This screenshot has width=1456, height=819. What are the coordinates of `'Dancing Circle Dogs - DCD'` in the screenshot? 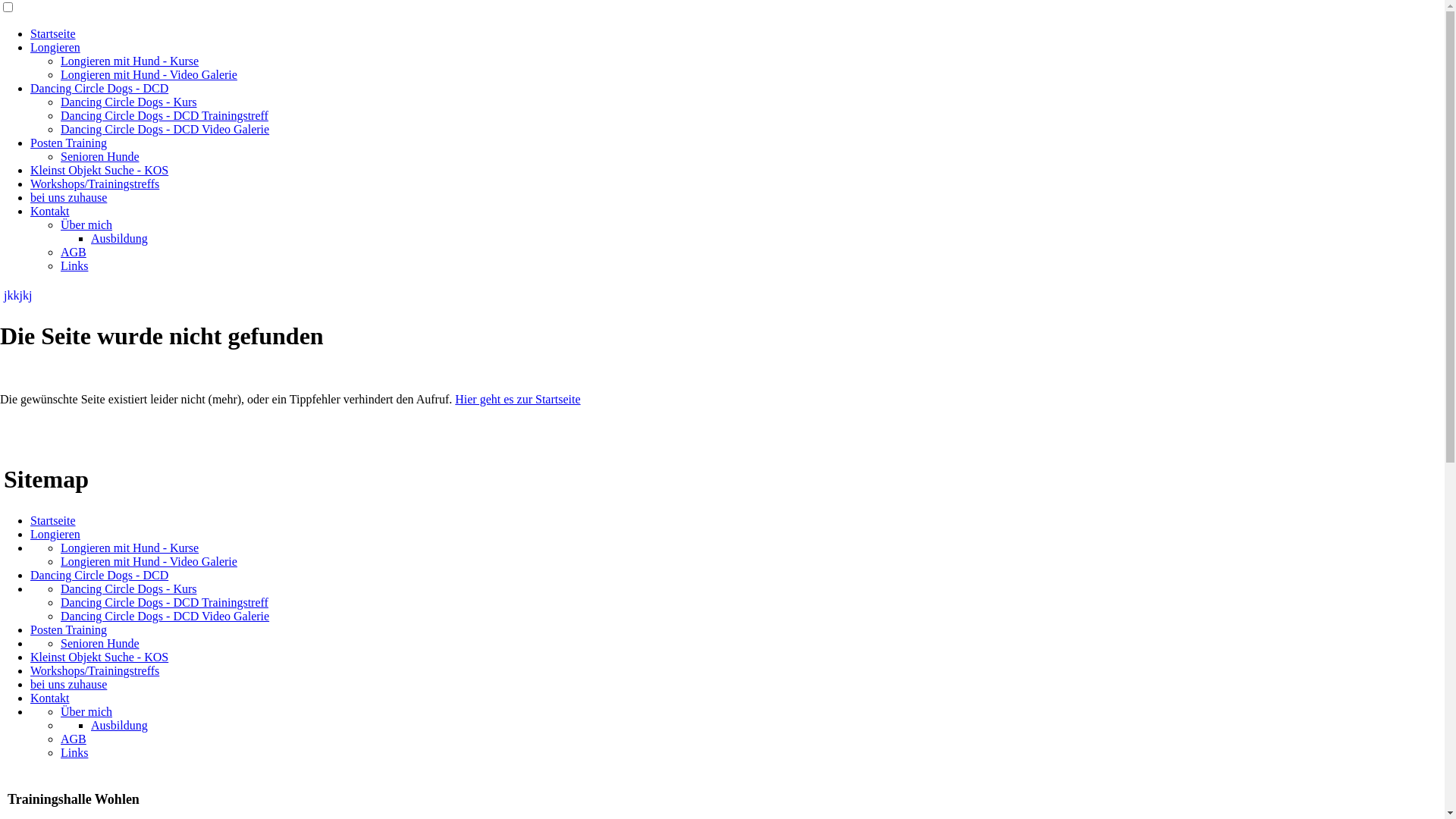 It's located at (98, 88).